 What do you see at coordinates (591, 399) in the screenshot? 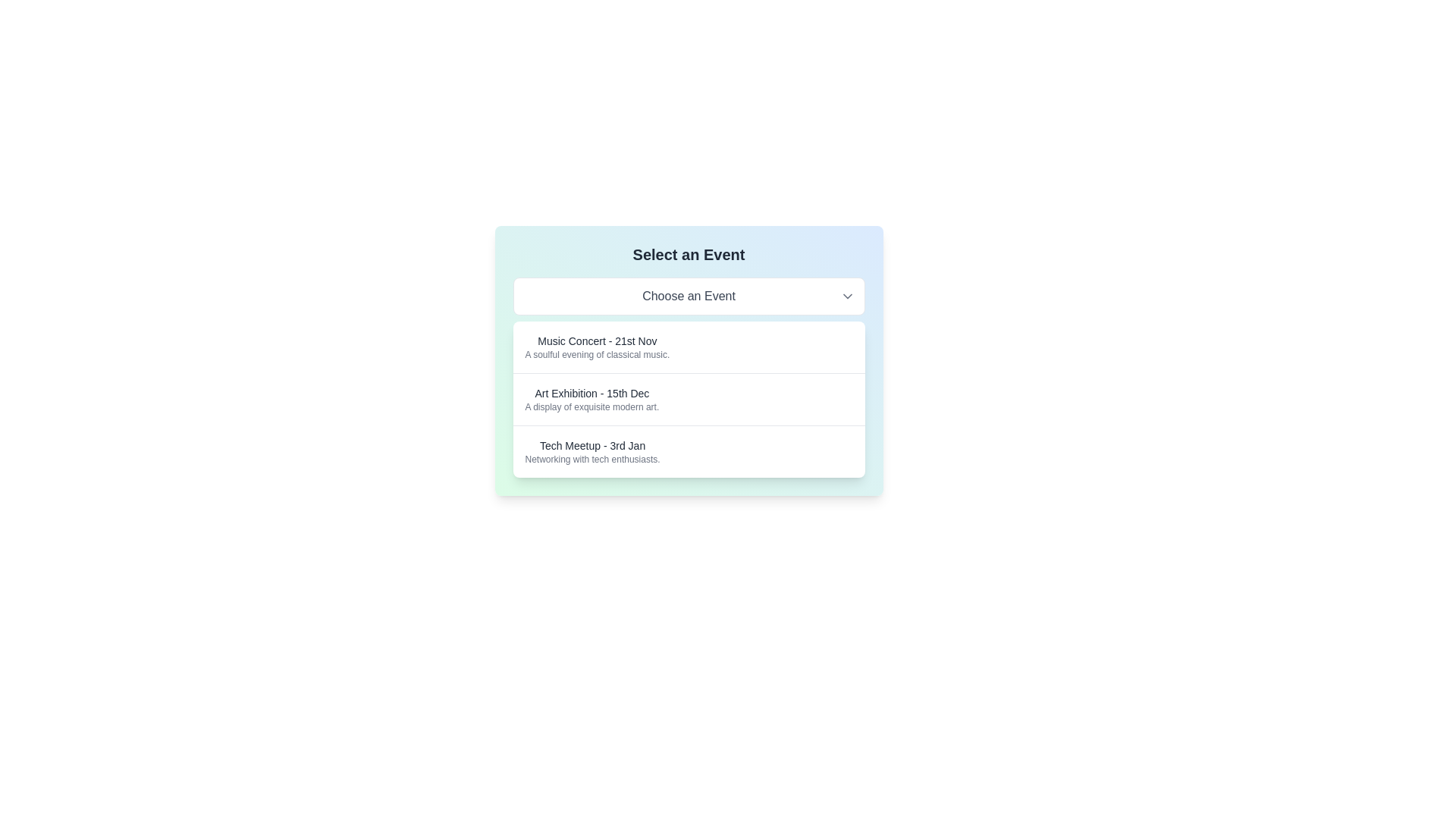
I see `the event listing for 'Art Exhibition - 15th Dec' to search for more details about this event` at bounding box center [591, 399].